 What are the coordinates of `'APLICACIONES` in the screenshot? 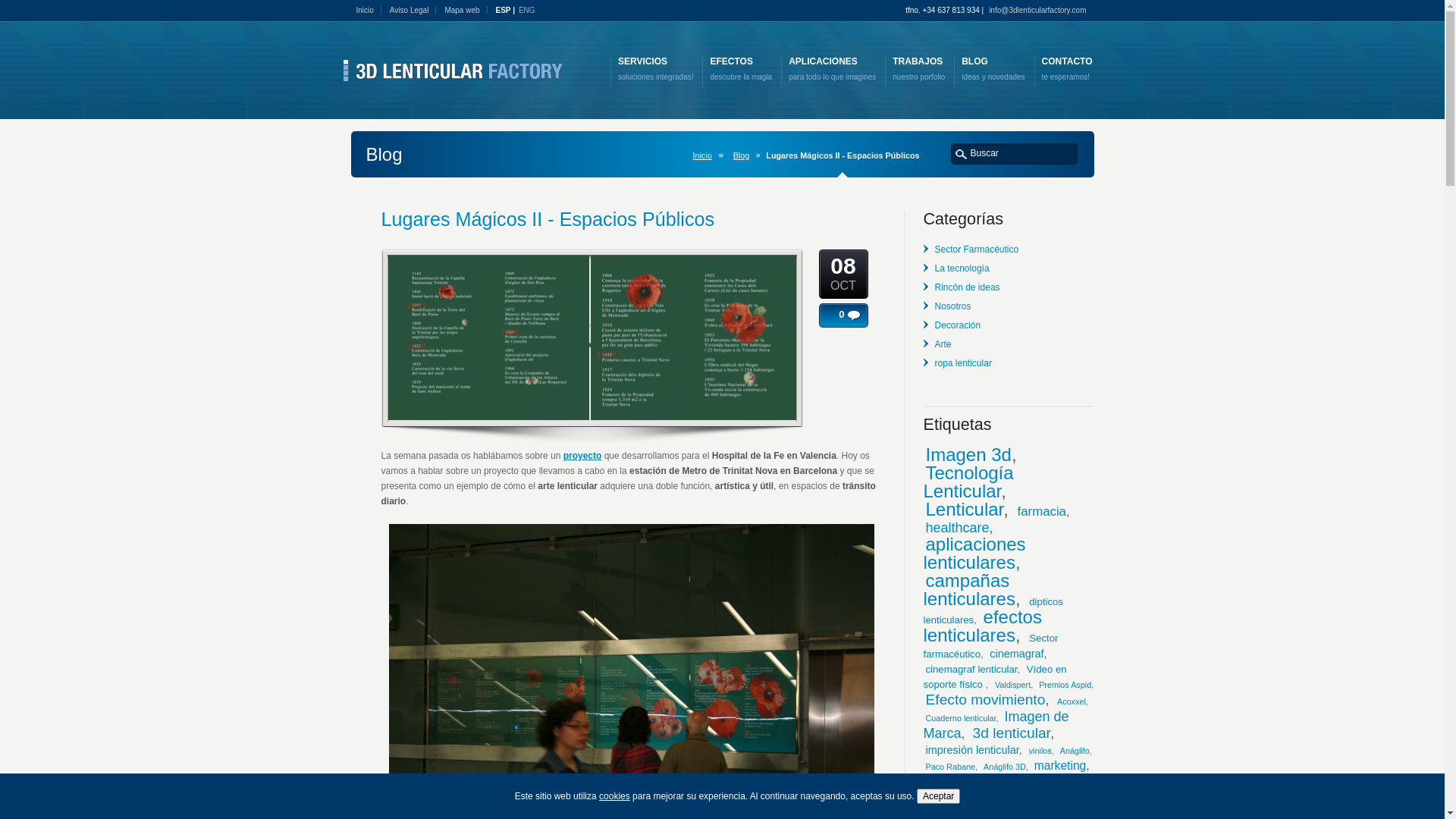 It's located at (831, 69).